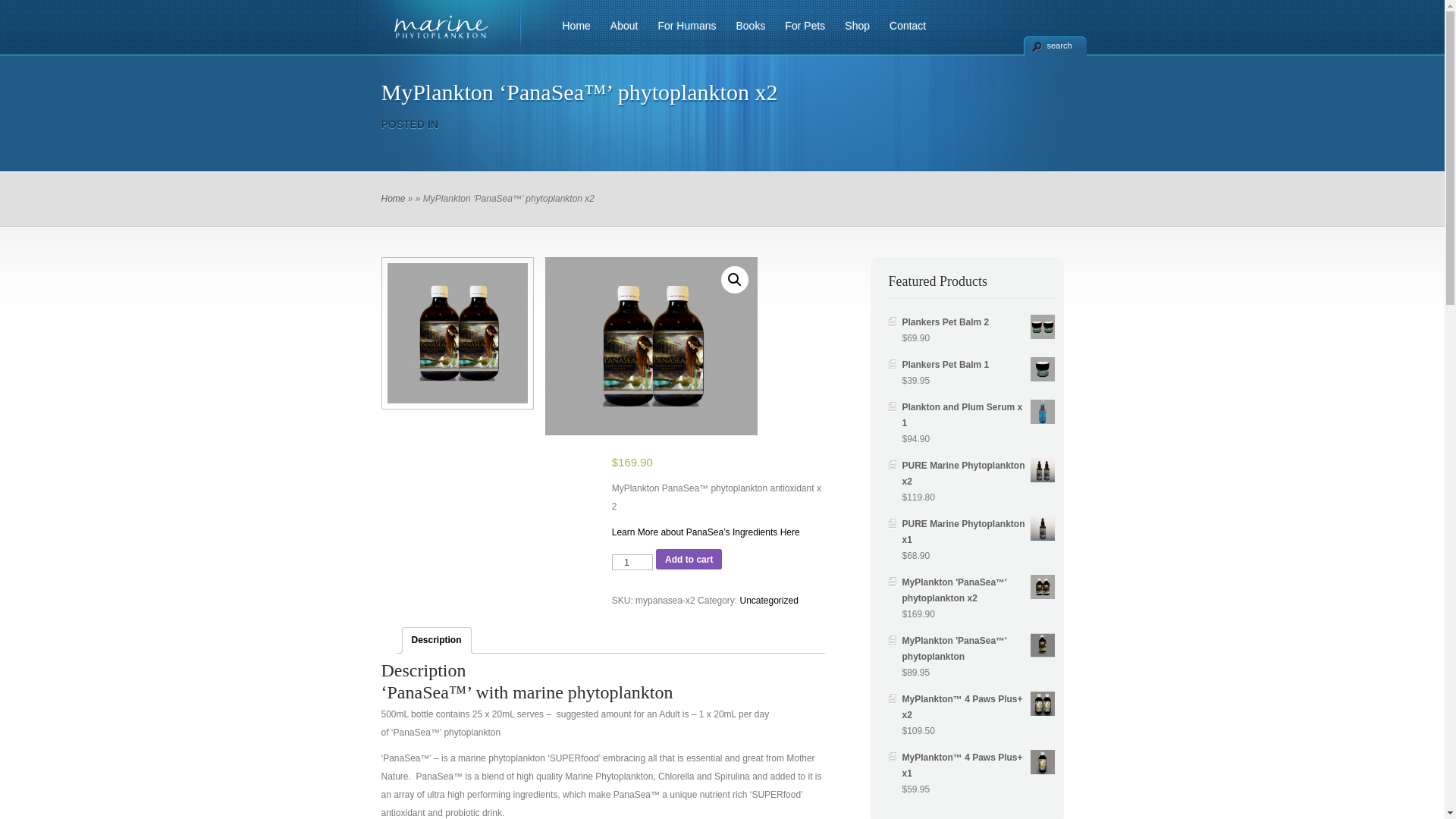  I want to click on 'For Humans', so click(680, 34).